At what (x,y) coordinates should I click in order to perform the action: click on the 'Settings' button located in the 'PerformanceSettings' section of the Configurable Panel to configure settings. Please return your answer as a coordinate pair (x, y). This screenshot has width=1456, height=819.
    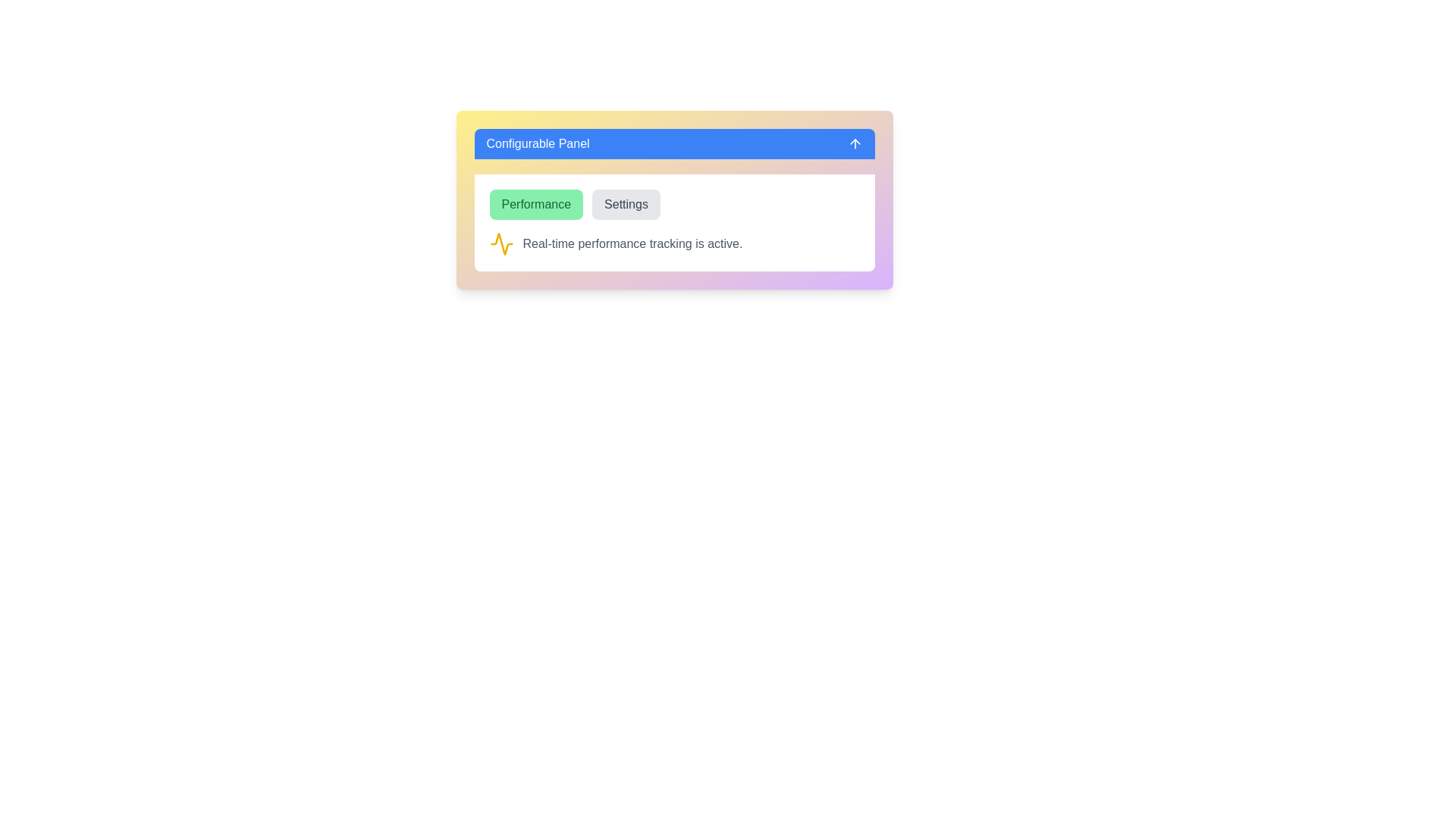
    Looking at the image, I should click on (673, 222).